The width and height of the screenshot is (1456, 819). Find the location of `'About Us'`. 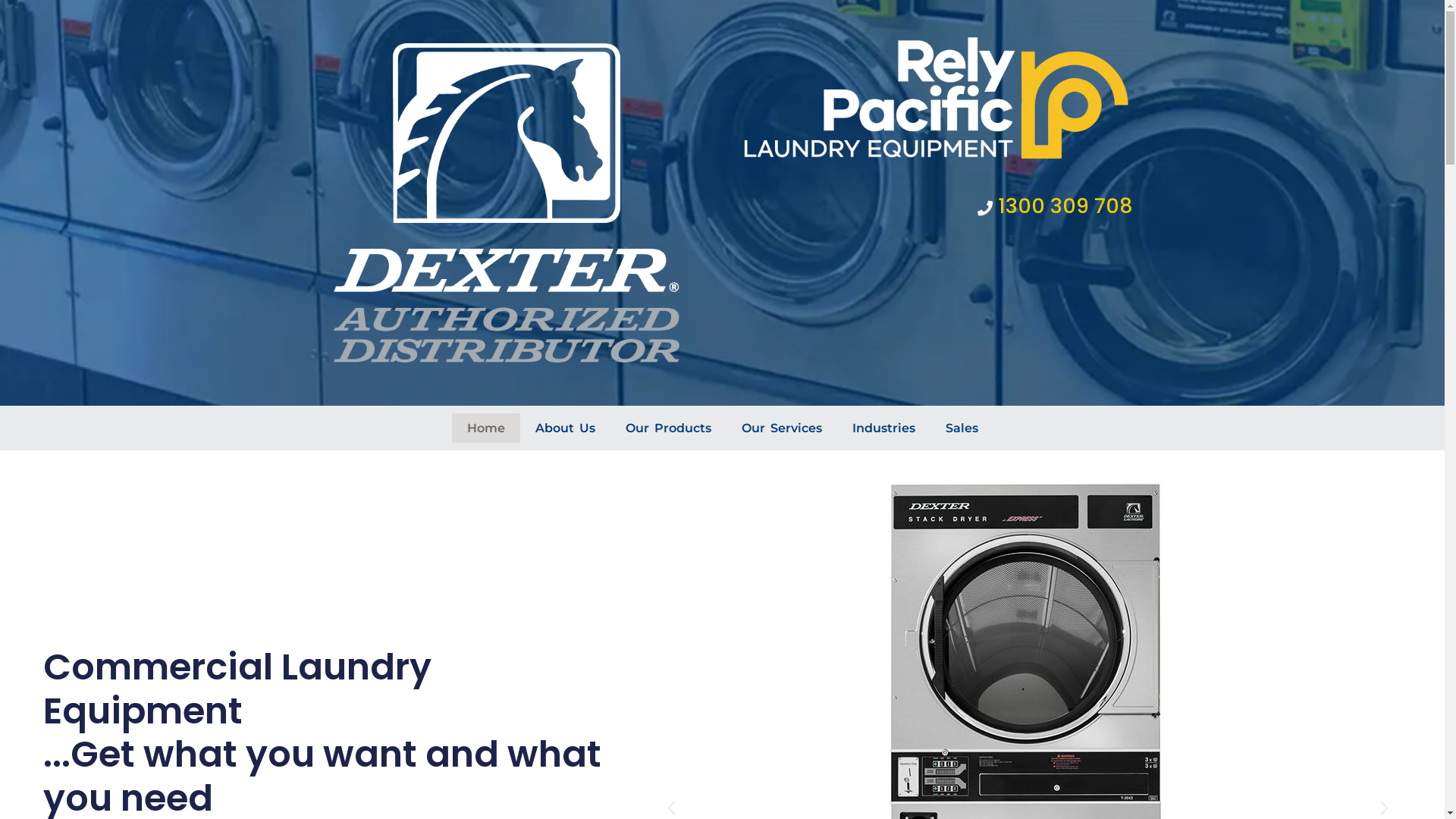

'About Us' is located at coordinates (520, 428).